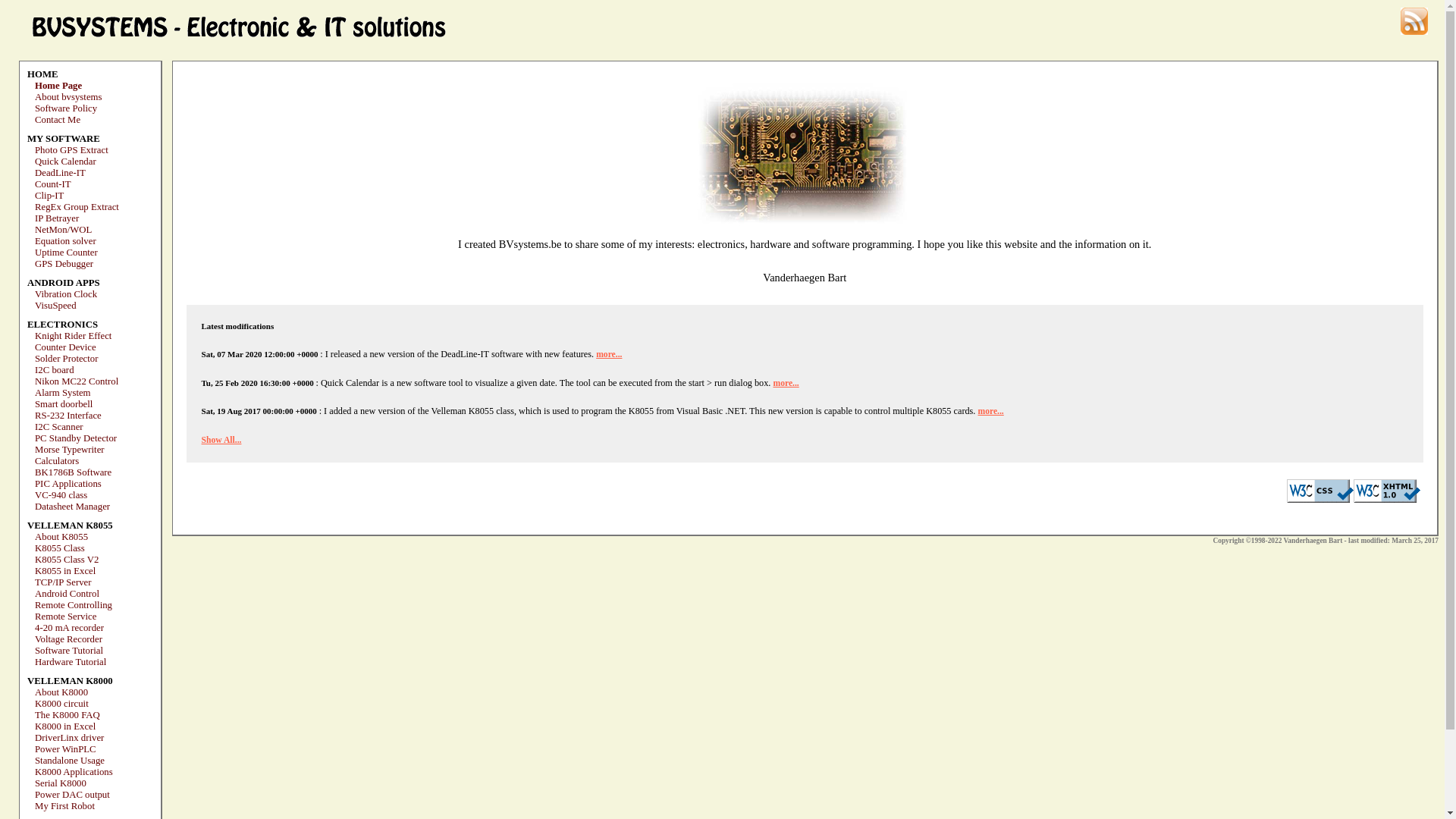 The width and height of the screenshot is (1456, 819). Describe the element at coordinates (42, 74) in the screenshot. I see `'HOME'` at that location.